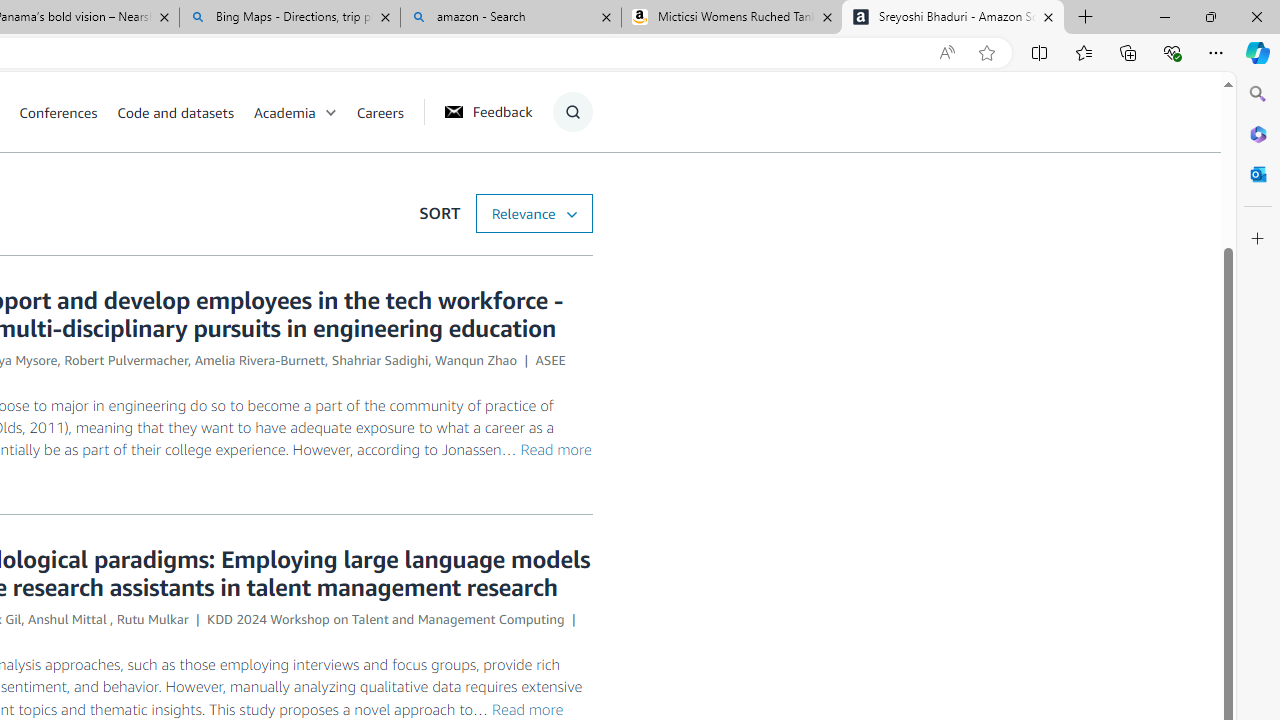 This screenshot has height=720, width=1280. Describe the element at coordinates (571, 111) in the screenshot. I see `'Class: icon-magnify'` at that location.